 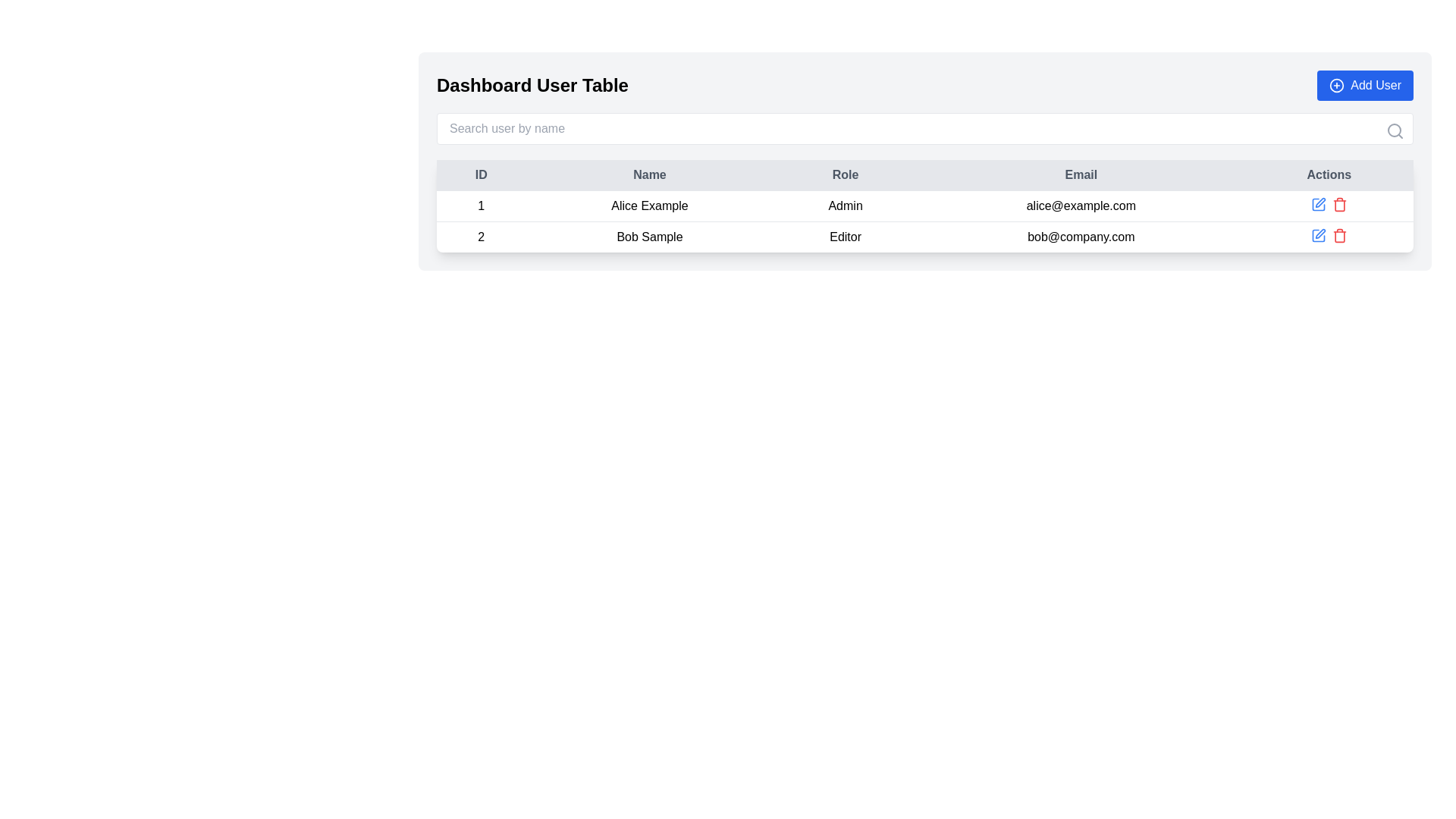 What do you see at coordinates (649, 237) in the screenshot?
I see `the text displaying the name of the user in the second row of the user table under the 'Name' column for interaction` at bounding box center [649, 237].